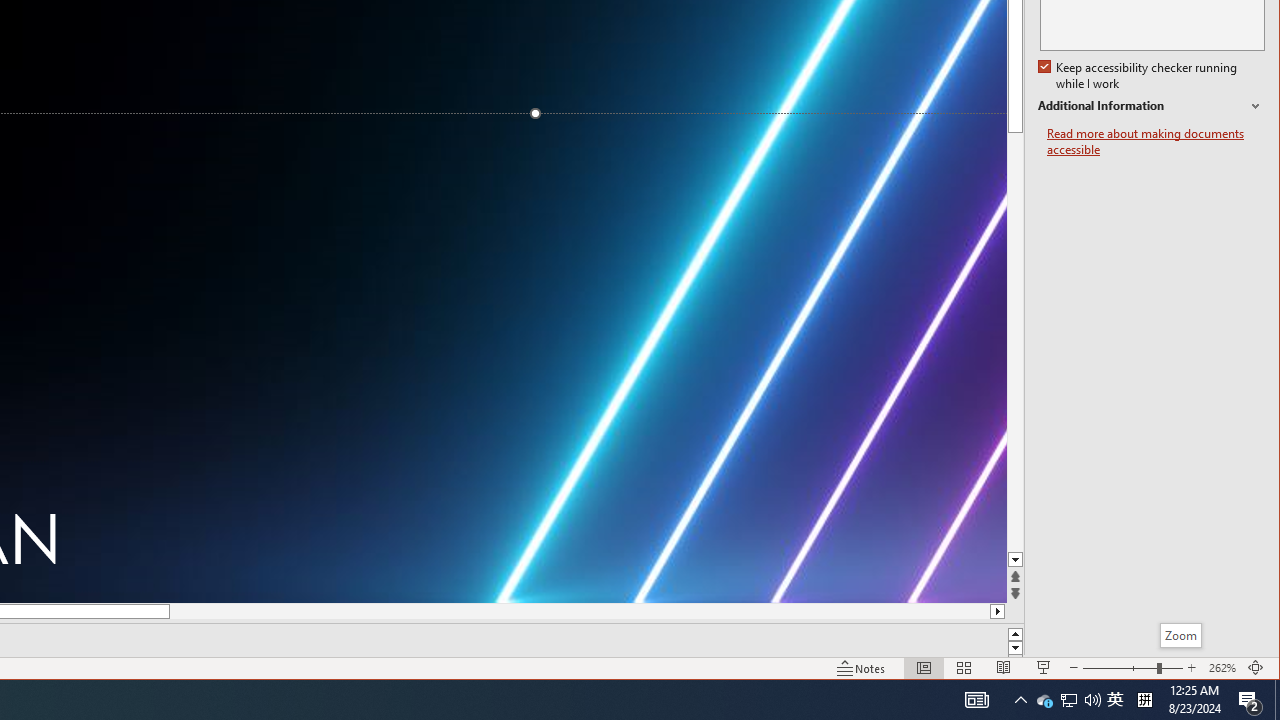  I want to click on 'User Promoted Notification Area', so click(1067, 698).